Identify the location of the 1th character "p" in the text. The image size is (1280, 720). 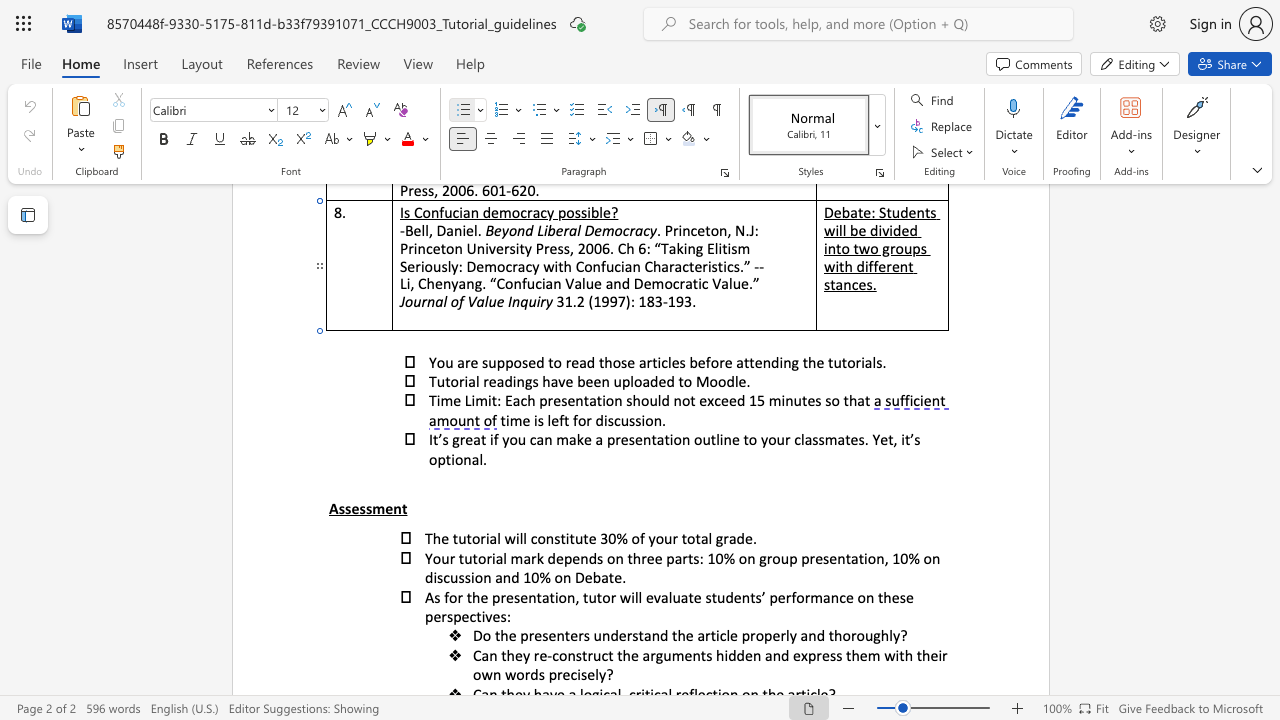
(440, 459).